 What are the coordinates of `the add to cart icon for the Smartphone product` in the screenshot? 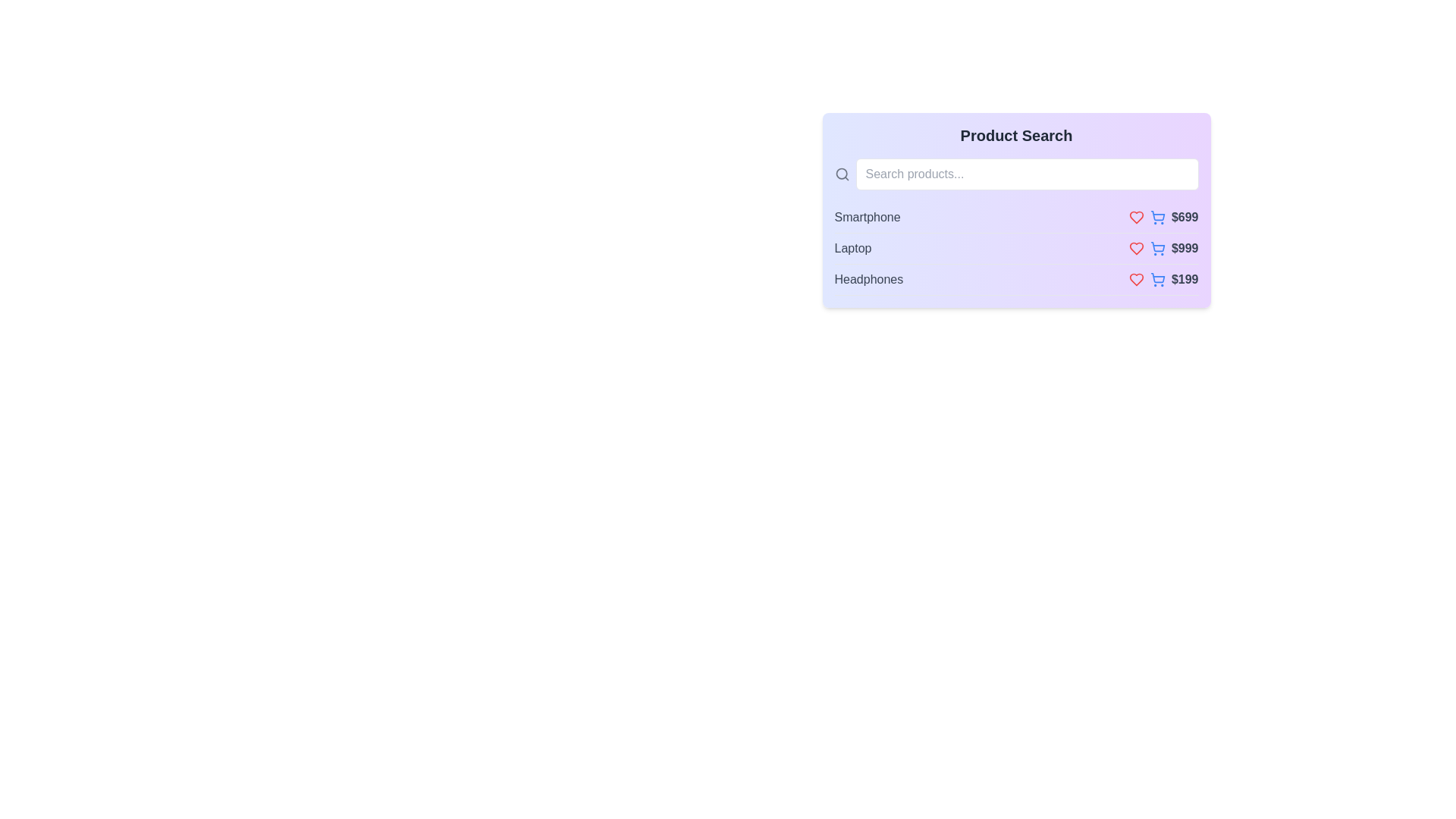 It's located at (1163, 217).